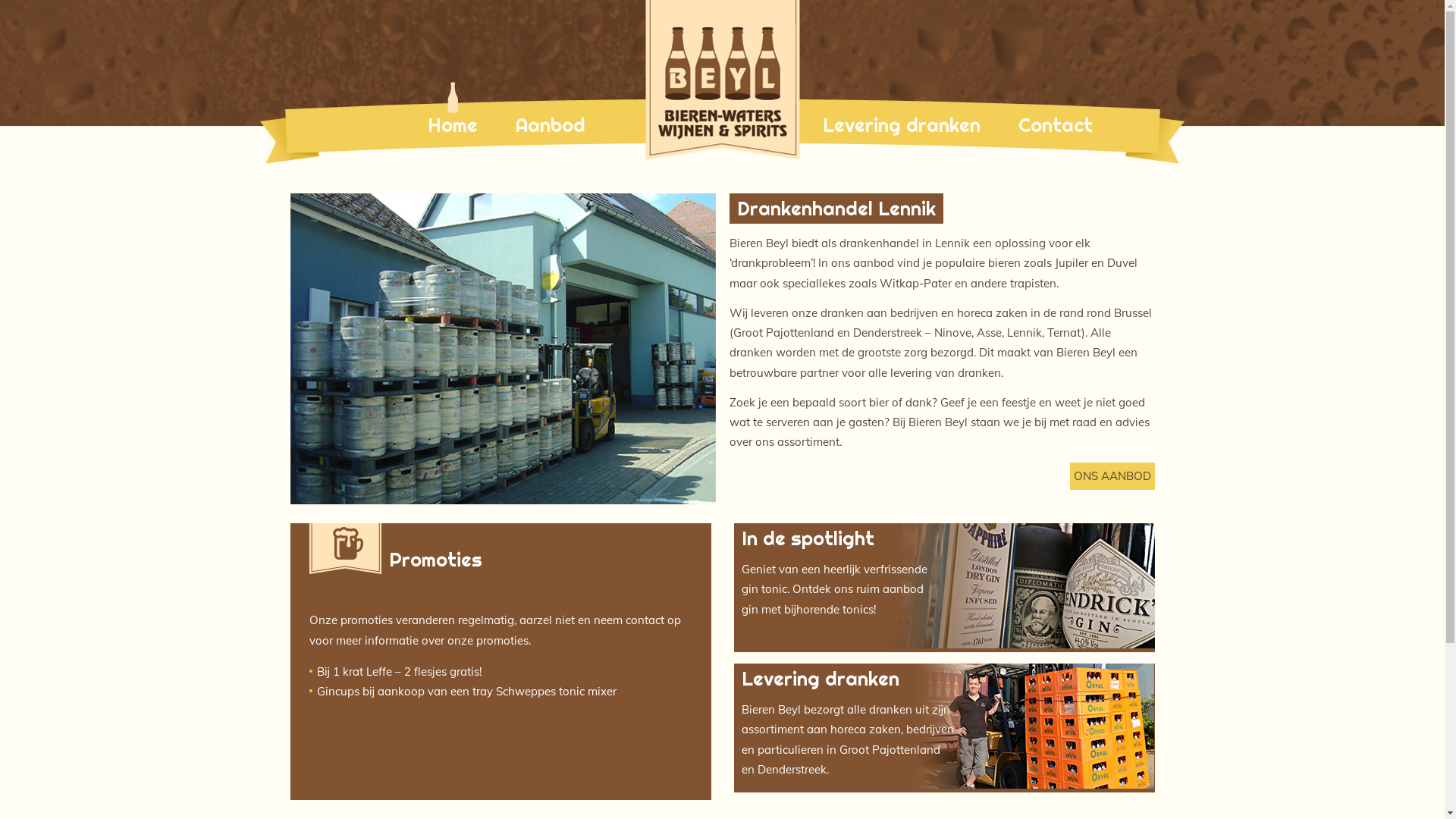 The image size is (1456, 819). I want to click on 'Aanbod', so click(549, 124).